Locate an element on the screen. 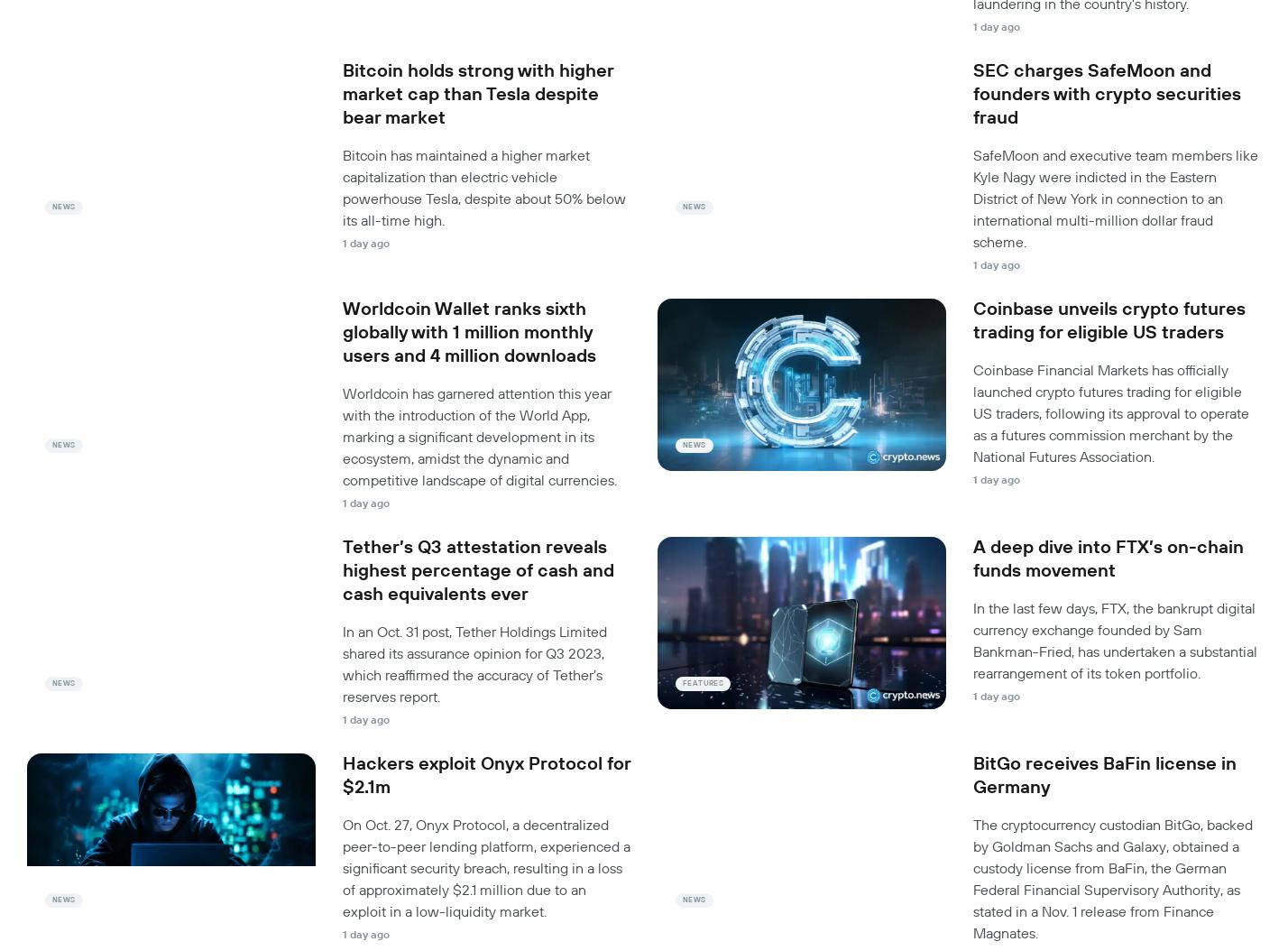  'The cryptocurrency custodian BitGo, backed by Goldman Sachs and Galaxy, obtained a custody license from BaFin, the German Federal Financial Supervisory Authority, as stated in a Nov. 1 release from Finance Magnates.' is located at coordinates (1112, 879).